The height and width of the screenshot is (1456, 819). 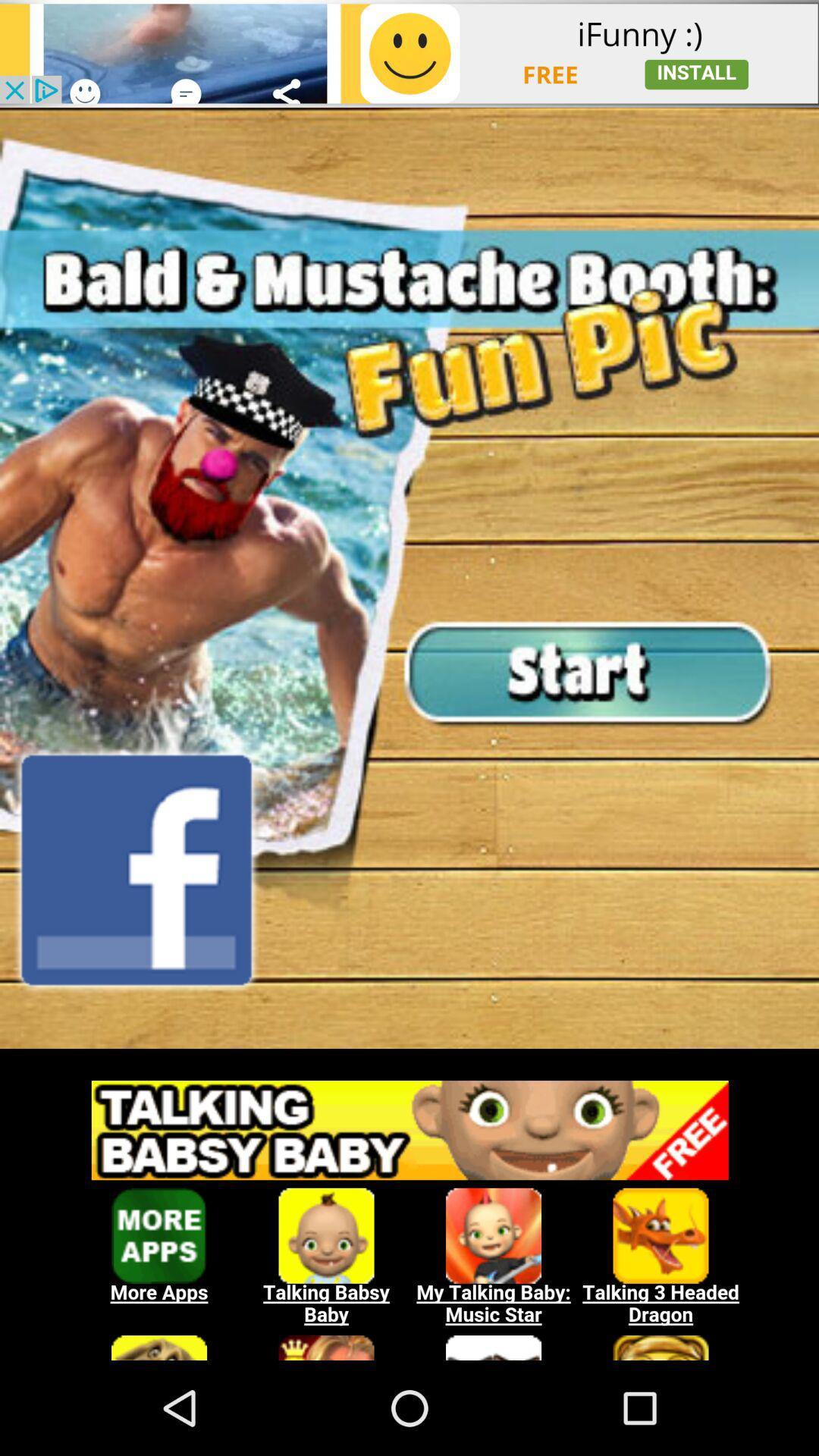 What do you see at coordinates (409, 1056) in the screenshot?
I see `adverdisement page` at bounding box center [409, 1056].